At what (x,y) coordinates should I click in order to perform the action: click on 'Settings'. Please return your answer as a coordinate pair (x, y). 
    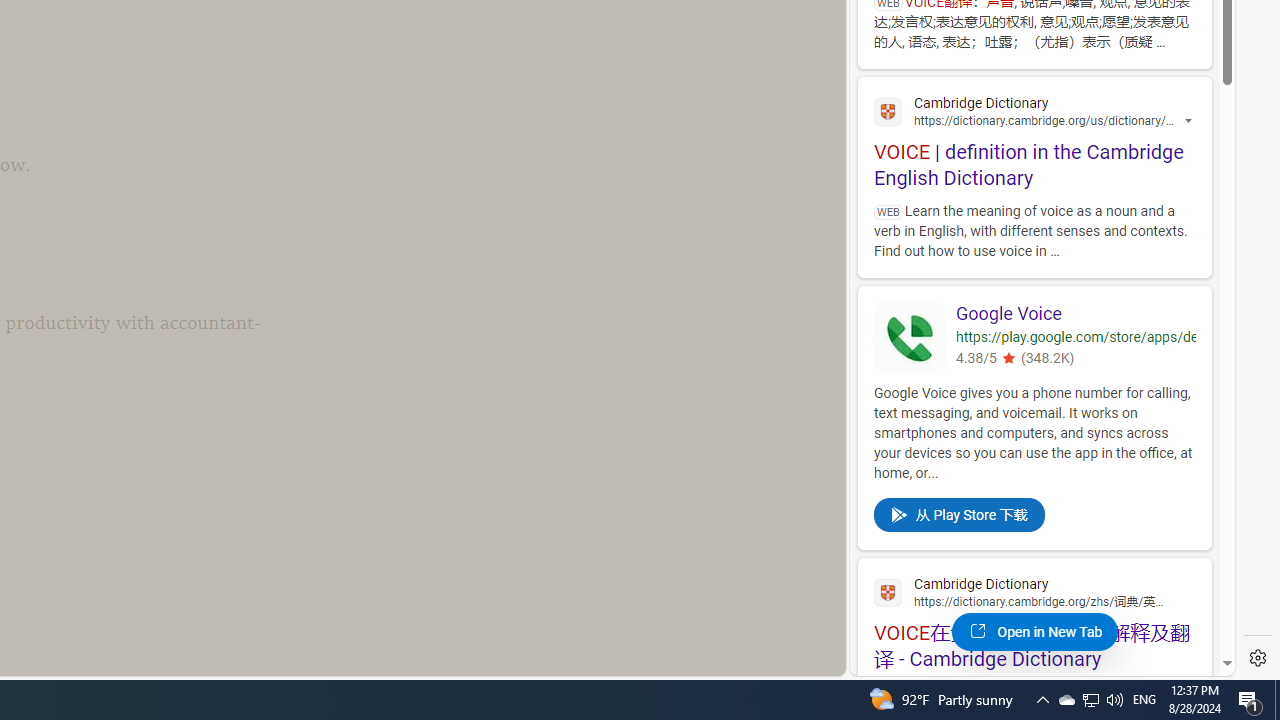
    Looking at the image, I should click on (1257, 658).